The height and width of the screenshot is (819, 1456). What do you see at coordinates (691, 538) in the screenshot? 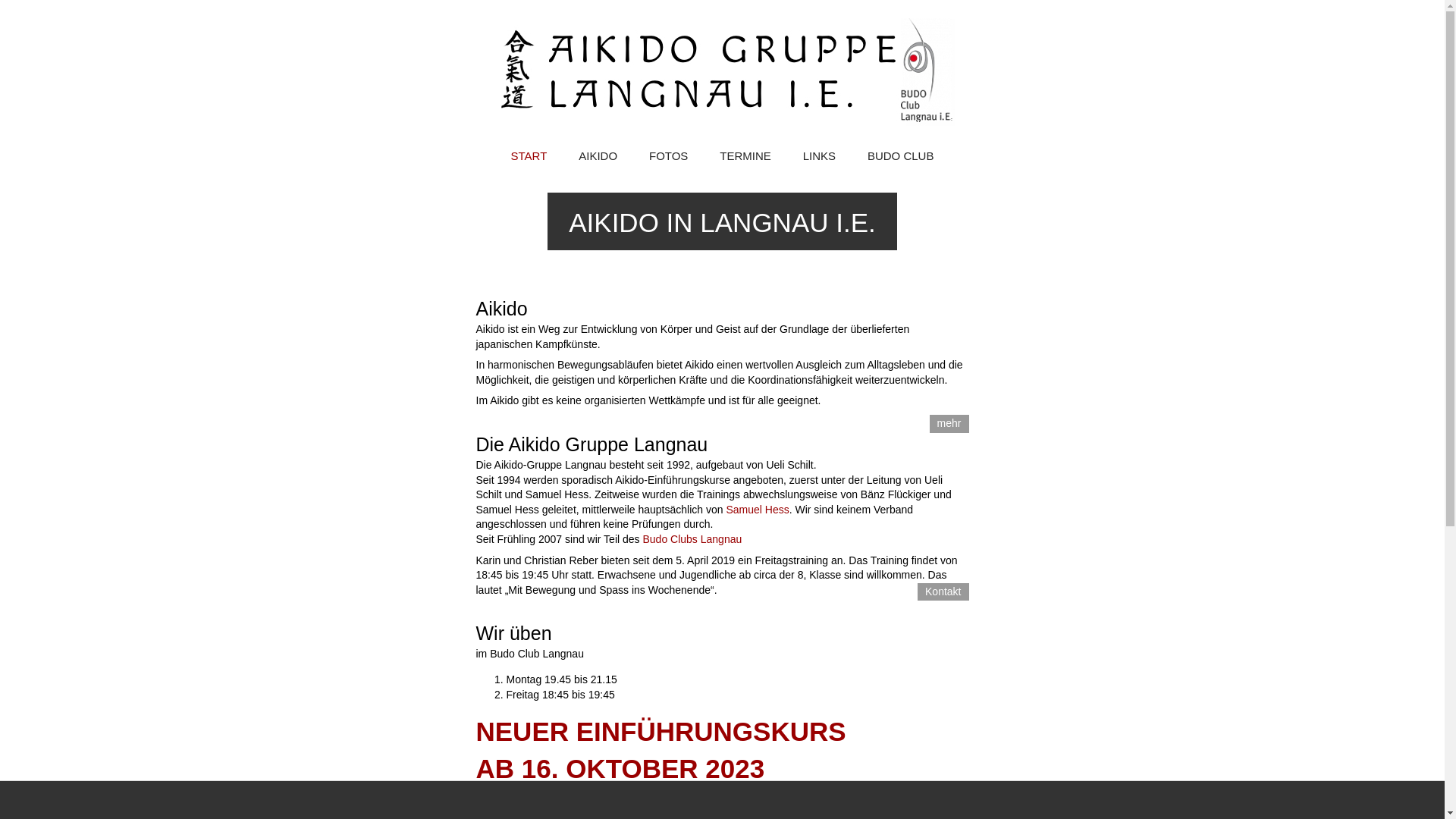
I see `'Budo Clubs Langnau'` at bounding box center [691, 538].